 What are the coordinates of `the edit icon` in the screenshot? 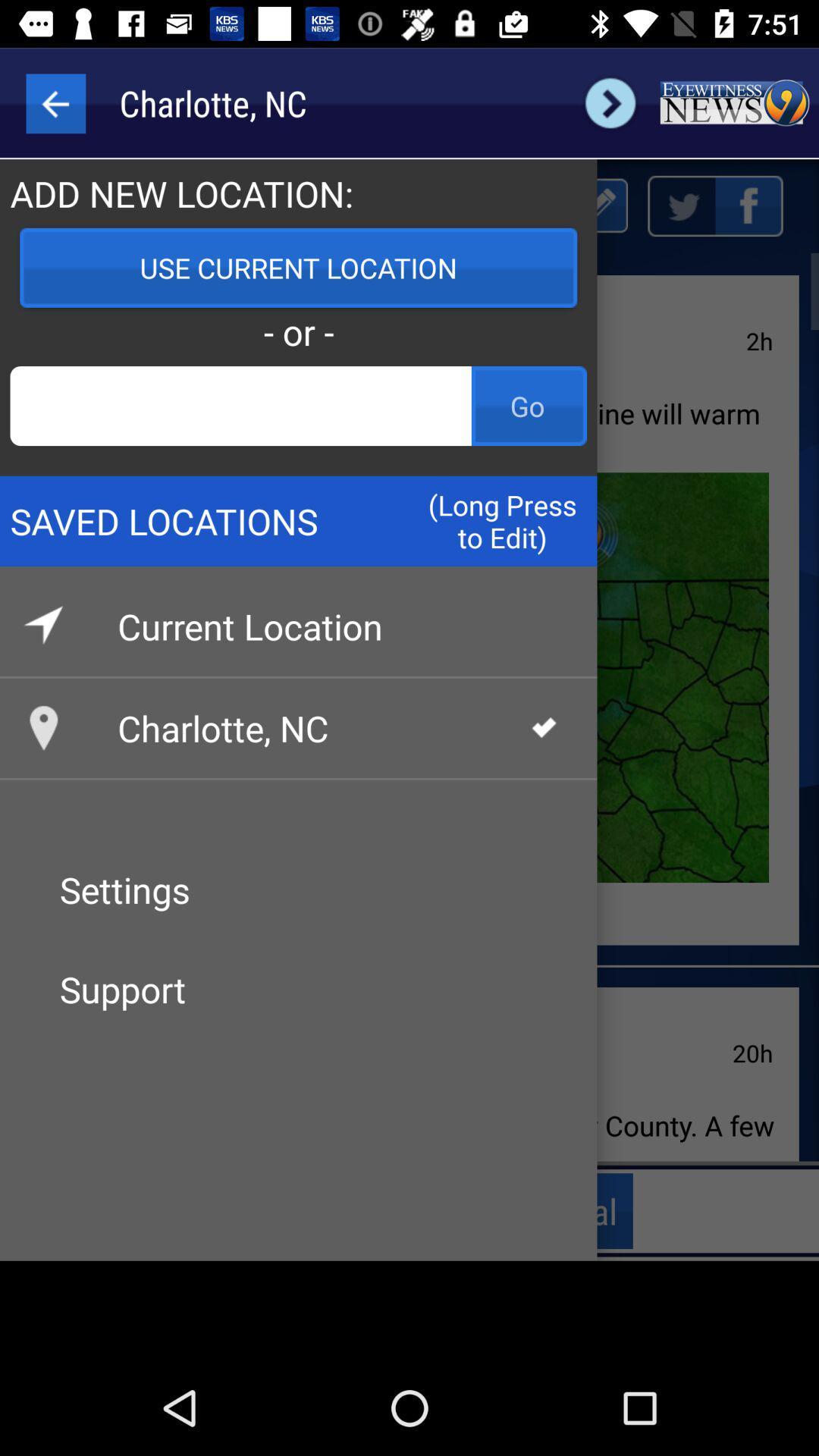 It's located at (597, 205).